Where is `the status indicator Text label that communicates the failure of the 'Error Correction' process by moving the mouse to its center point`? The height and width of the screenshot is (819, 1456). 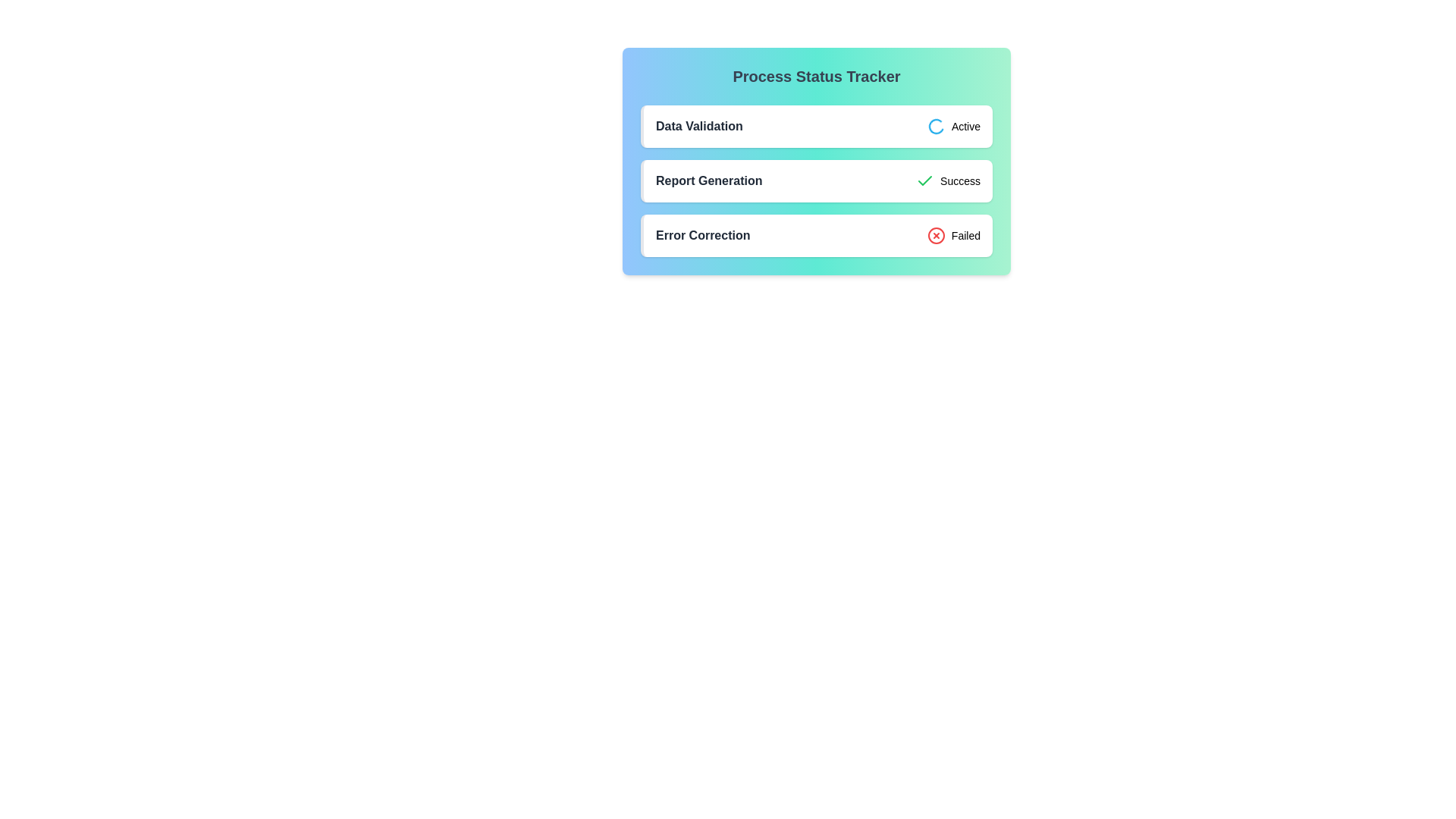 the status indicator Text label that communicates the failure of the 'Error Correction' process by moving the mouse to its center point is located at coordinates (965, 236).